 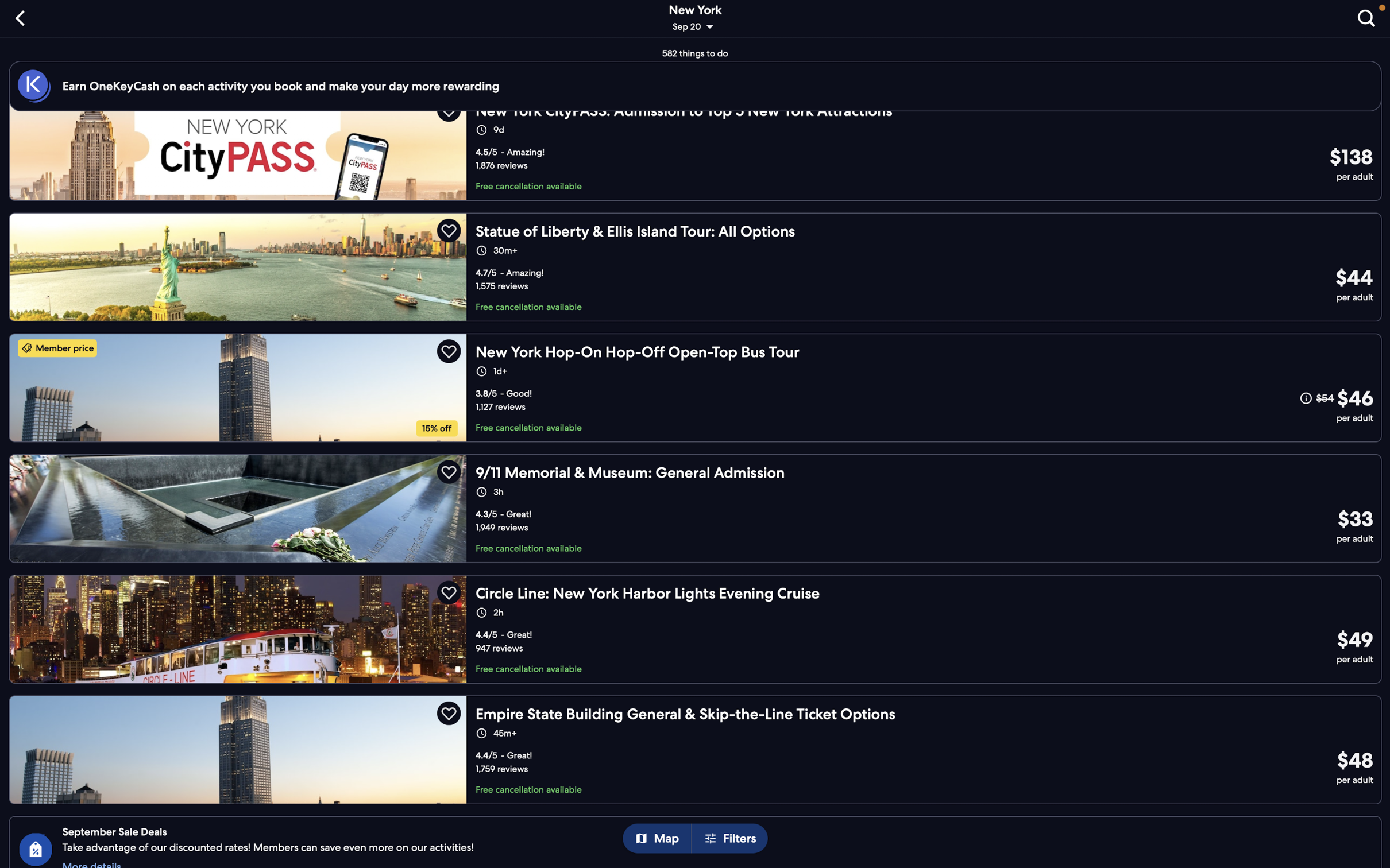 What do you see at coordinates (696, 20) in the screenshot?
I see `"change date or location" to revise the details of your trip` at bounding box center [696, 20].